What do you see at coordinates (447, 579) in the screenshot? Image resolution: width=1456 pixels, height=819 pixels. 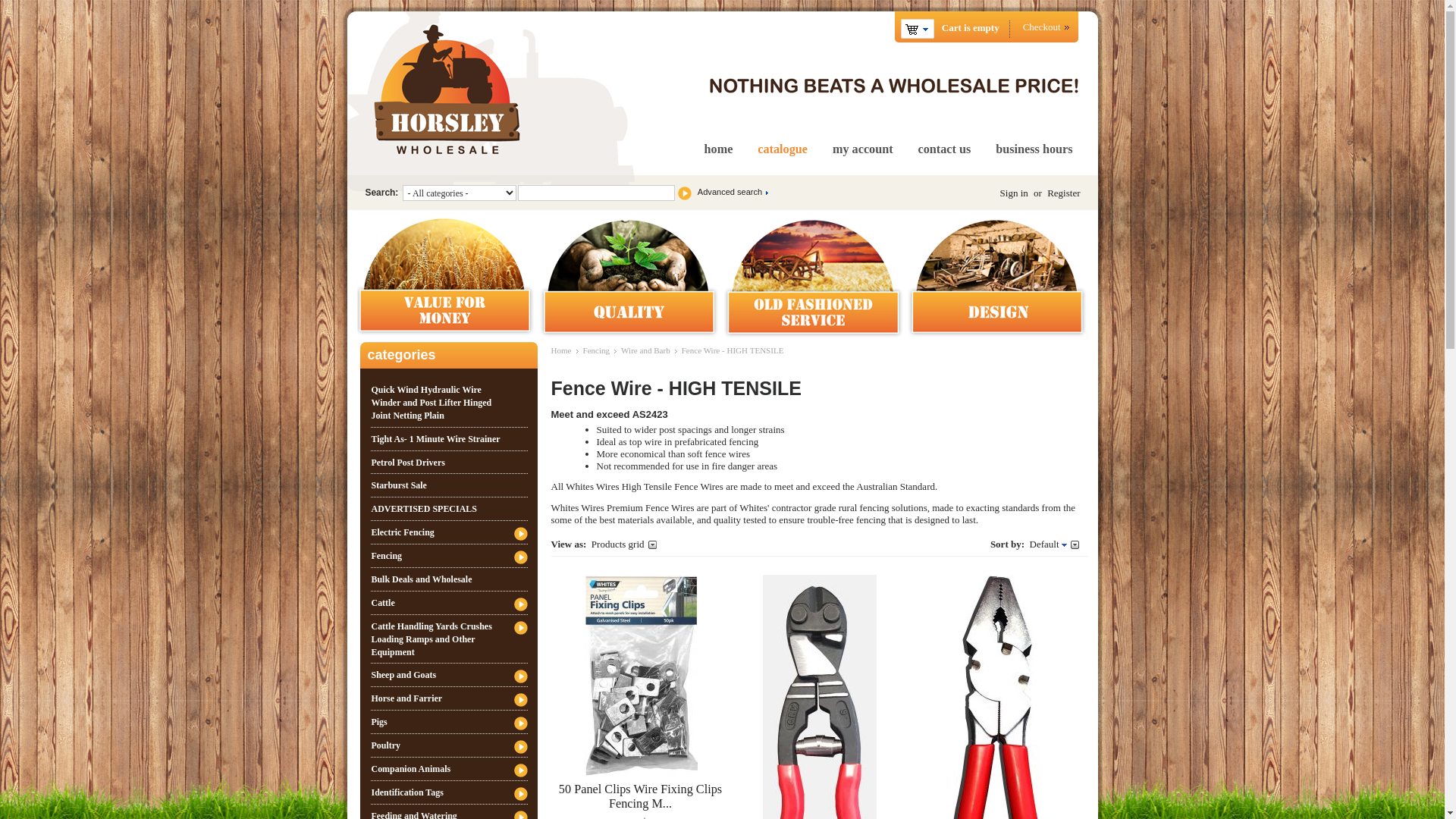 I see `'Bulk Deals and Wholesale'` at bounding box center [447, 579].